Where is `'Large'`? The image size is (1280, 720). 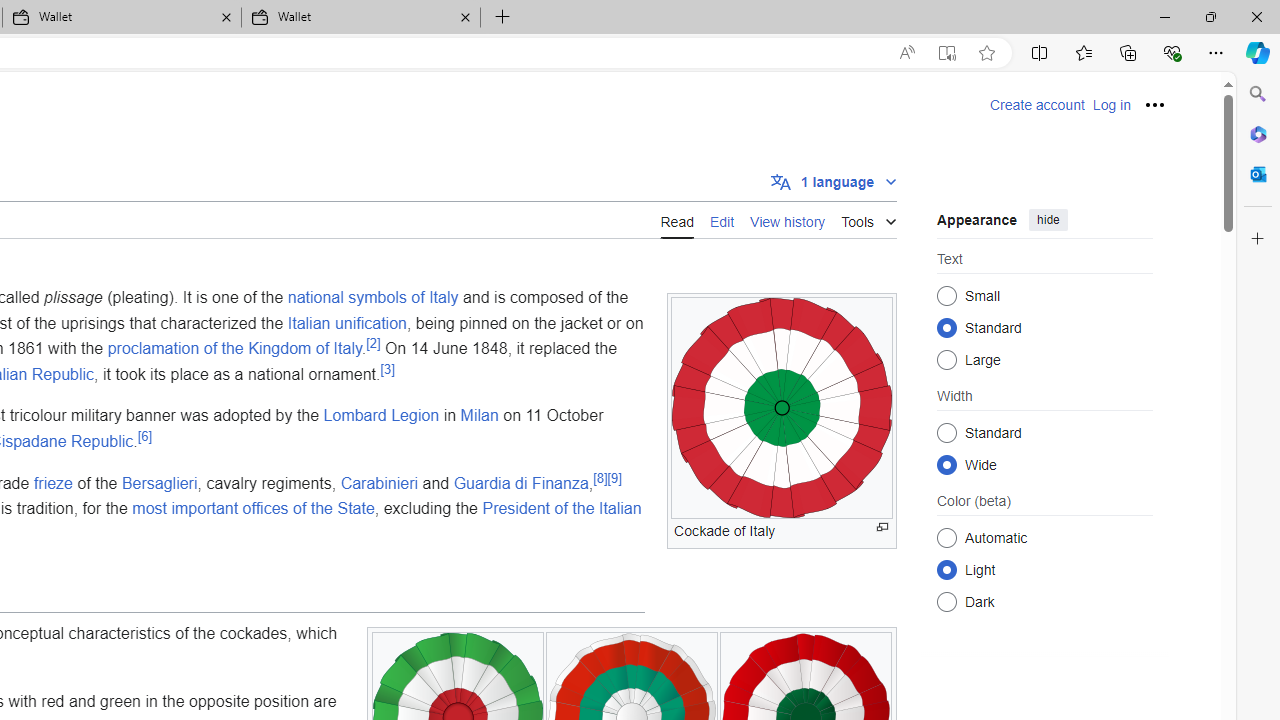
'Large' is located at coordinates (946, 358).